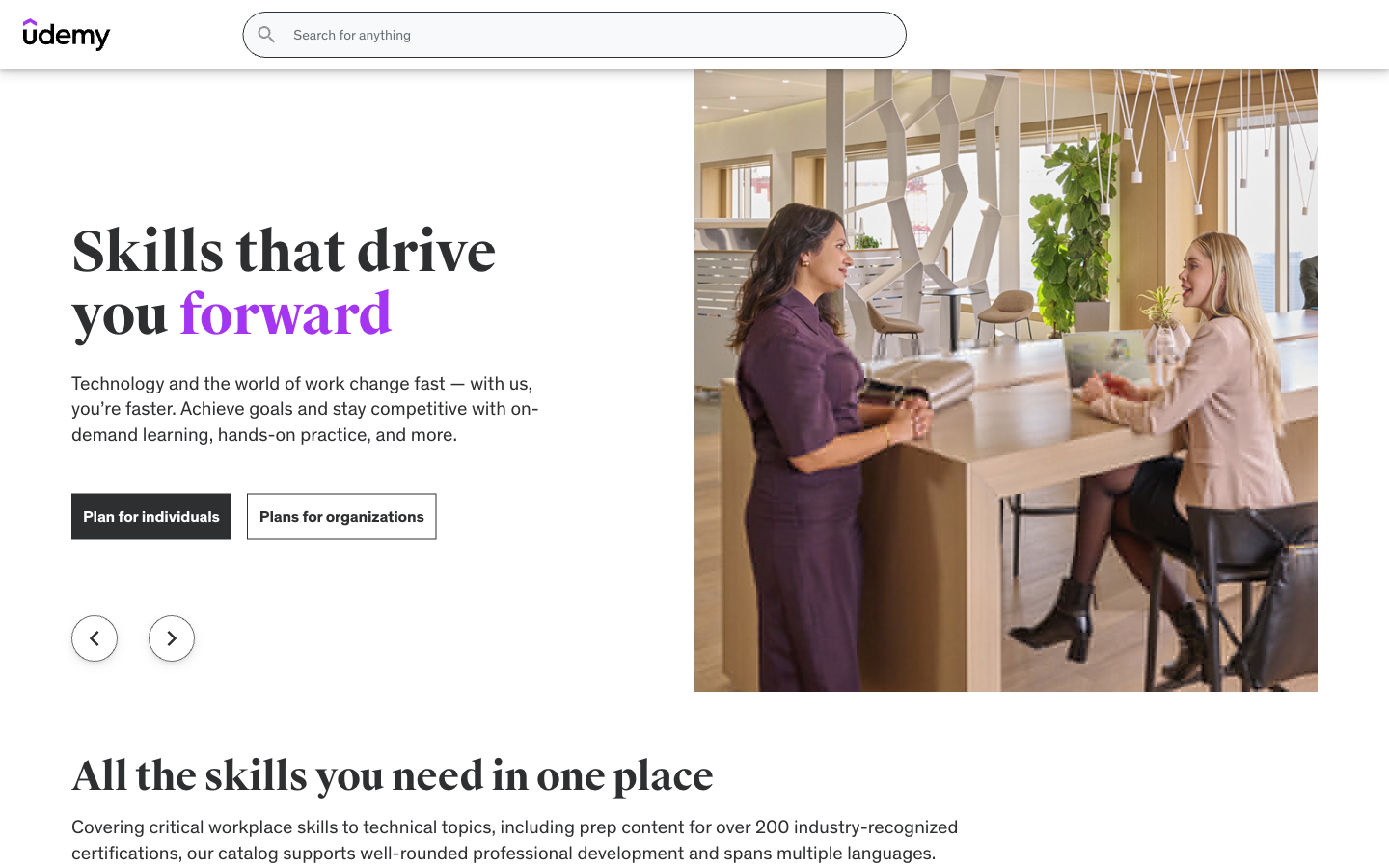  What do you see at coordinates (1253, 15) in the screenshot?
I see `the Login interface` at bounding box center [1253, 15].